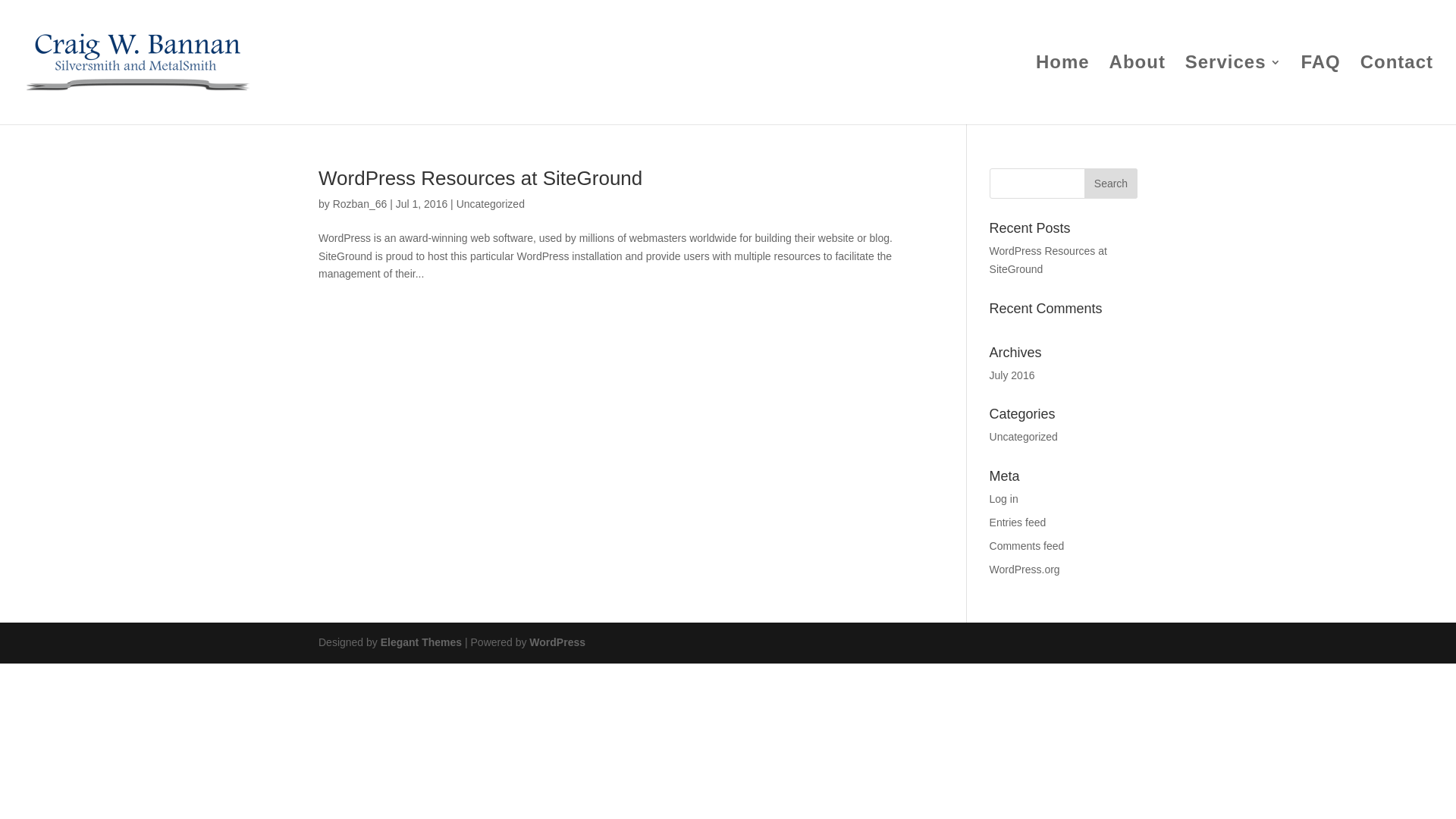 Image resolution: width=1456 pixels, height=819 pixels. I want to click on 'FAQ', so click(1319, 90).